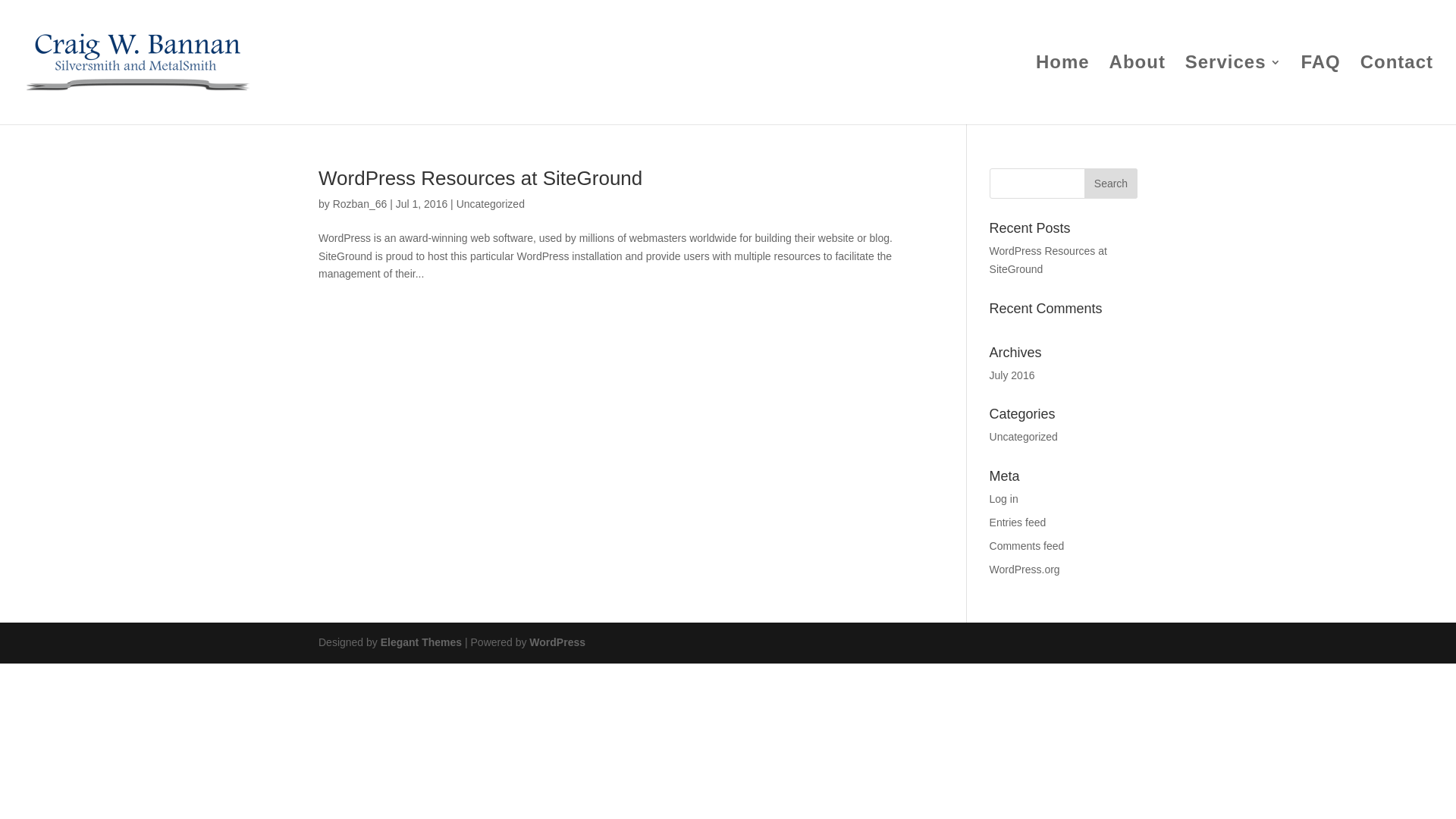 Image resolution: width=1456 pixels, height=819 pixels. I want to click on 'FAQ', so click(1319, 90).